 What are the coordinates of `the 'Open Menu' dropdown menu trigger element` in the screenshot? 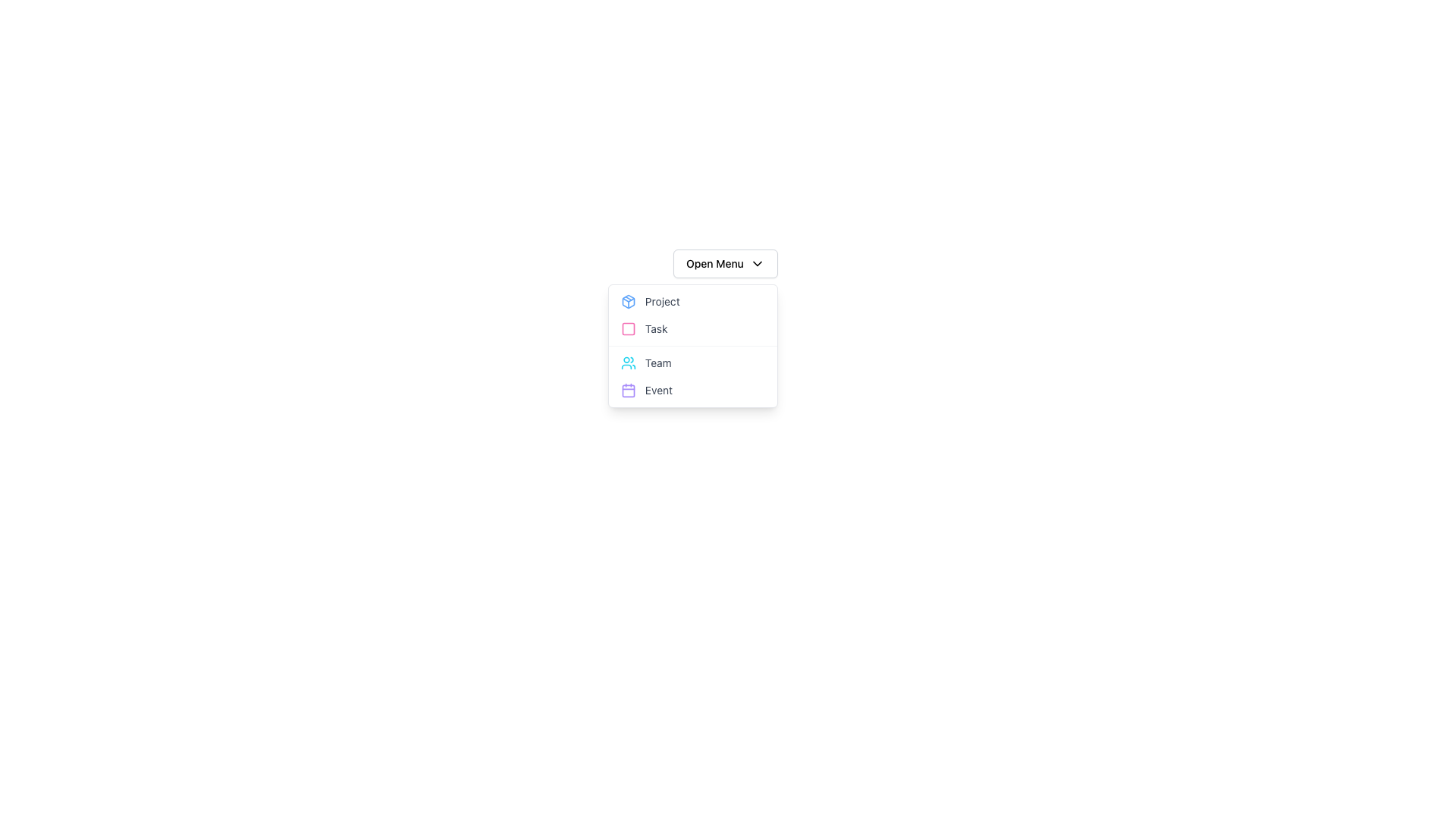 It's located at (724, 262).